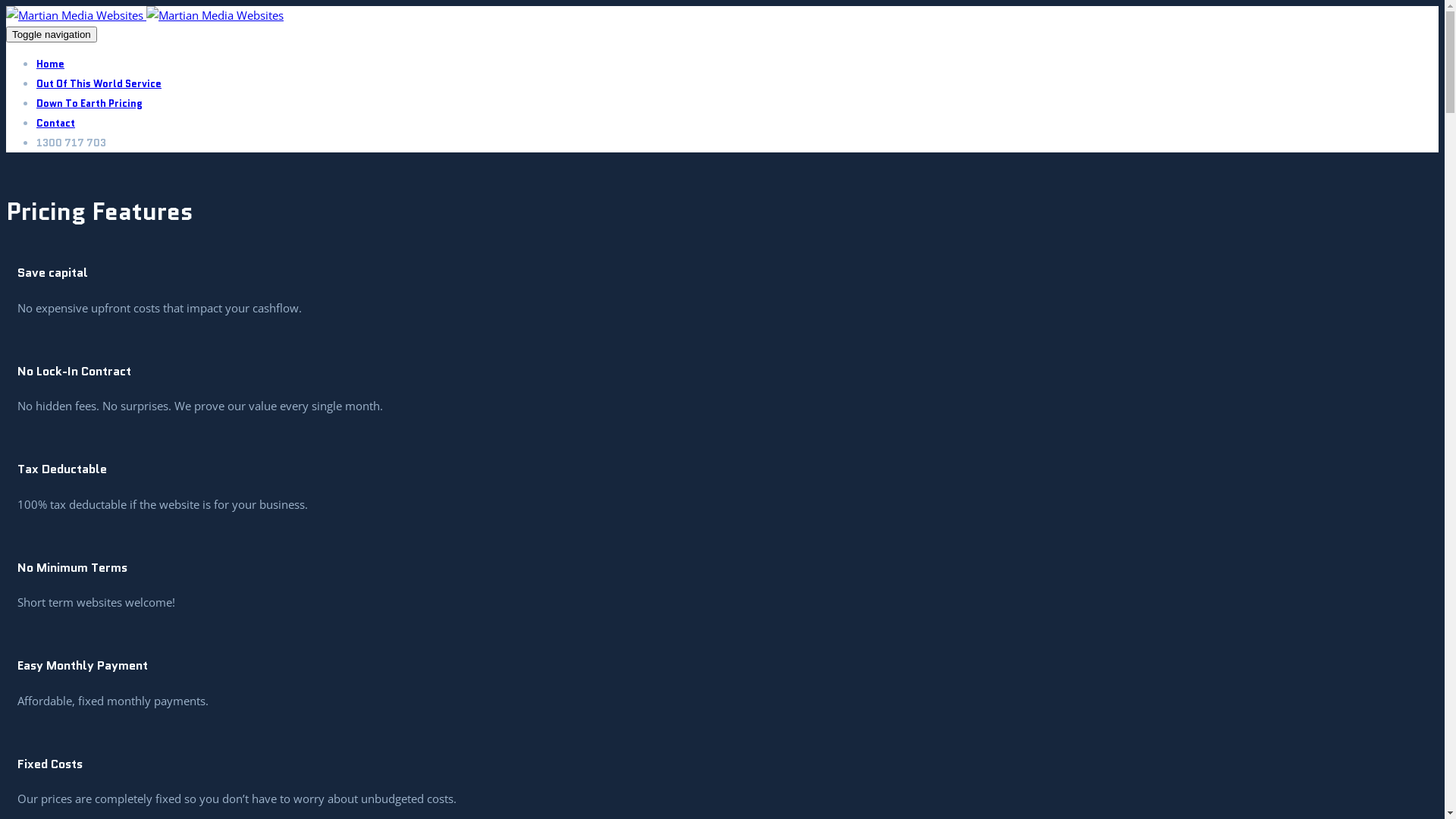  What do you see at coordinates (98, 83) in the screenshot?
I see `'Out Of This World Service'` at bounding box center [98, 83].